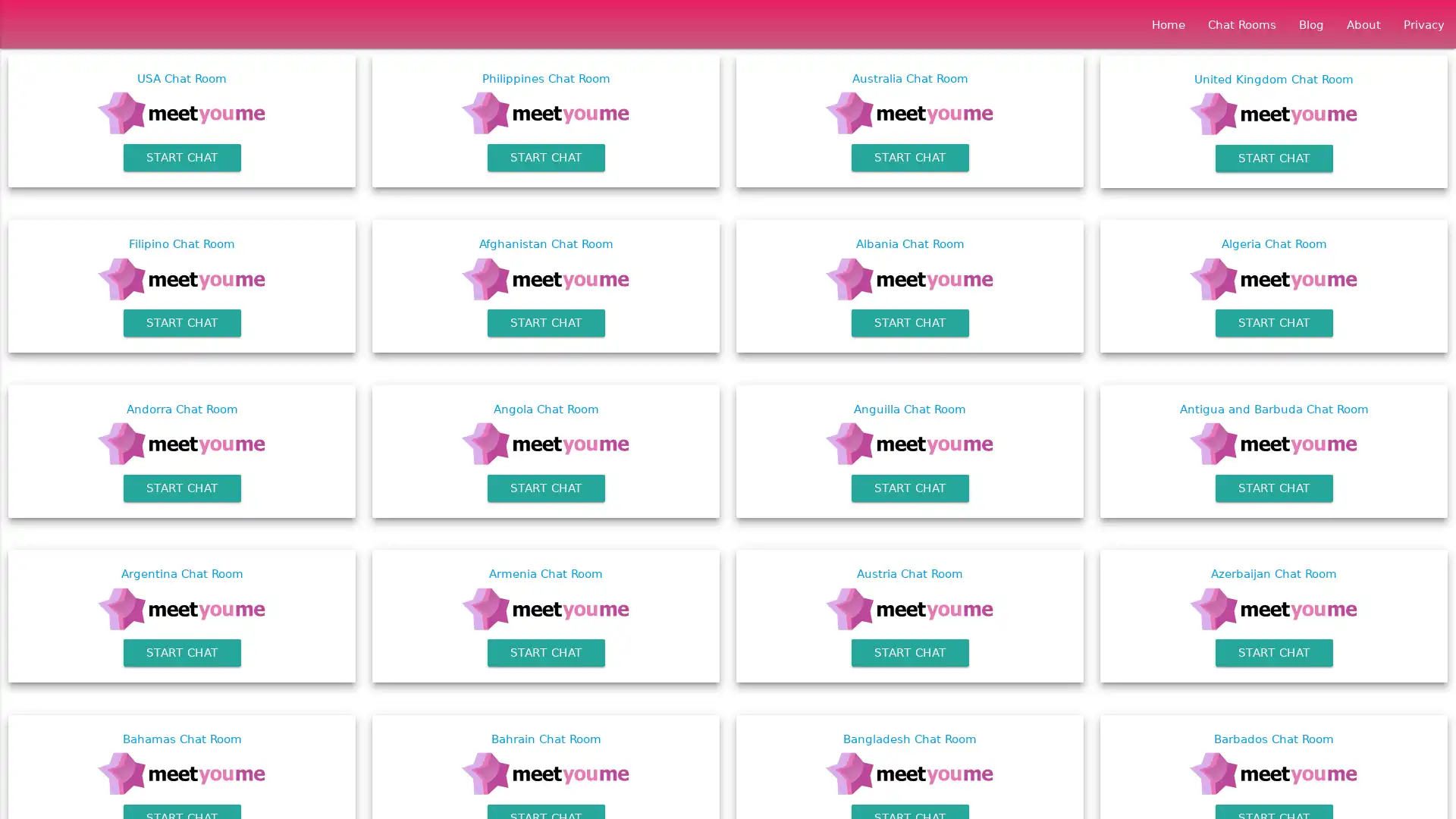 The width and height of the screenshot is (1456, 819). I want to click on START CHAT, so click(1273, 158).